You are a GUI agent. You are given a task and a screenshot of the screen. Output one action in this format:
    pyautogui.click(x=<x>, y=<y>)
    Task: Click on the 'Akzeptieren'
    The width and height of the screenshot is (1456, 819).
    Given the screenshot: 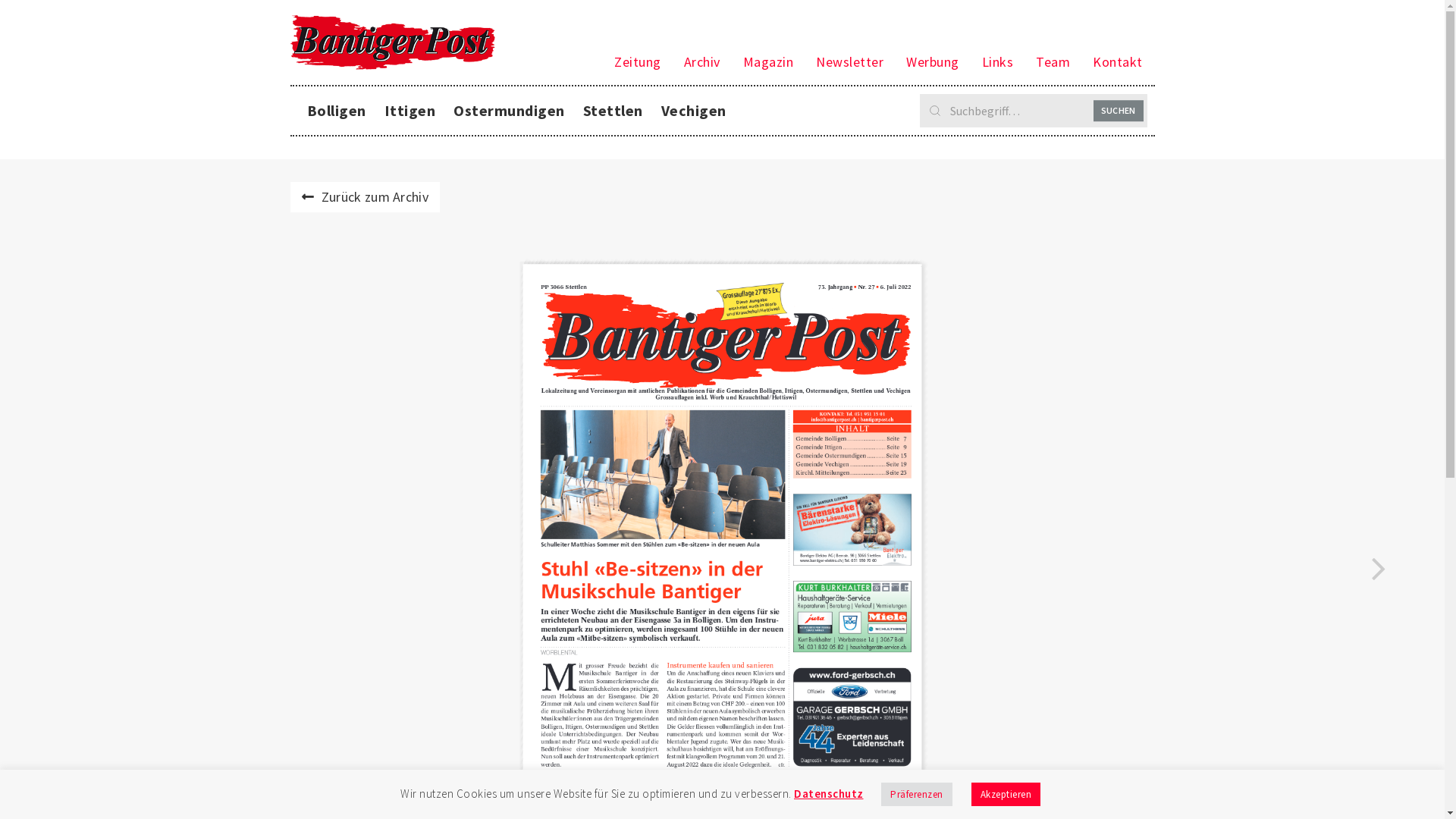 What is the action you would take?
    pyautogui.click(x=1005, y=793)
    